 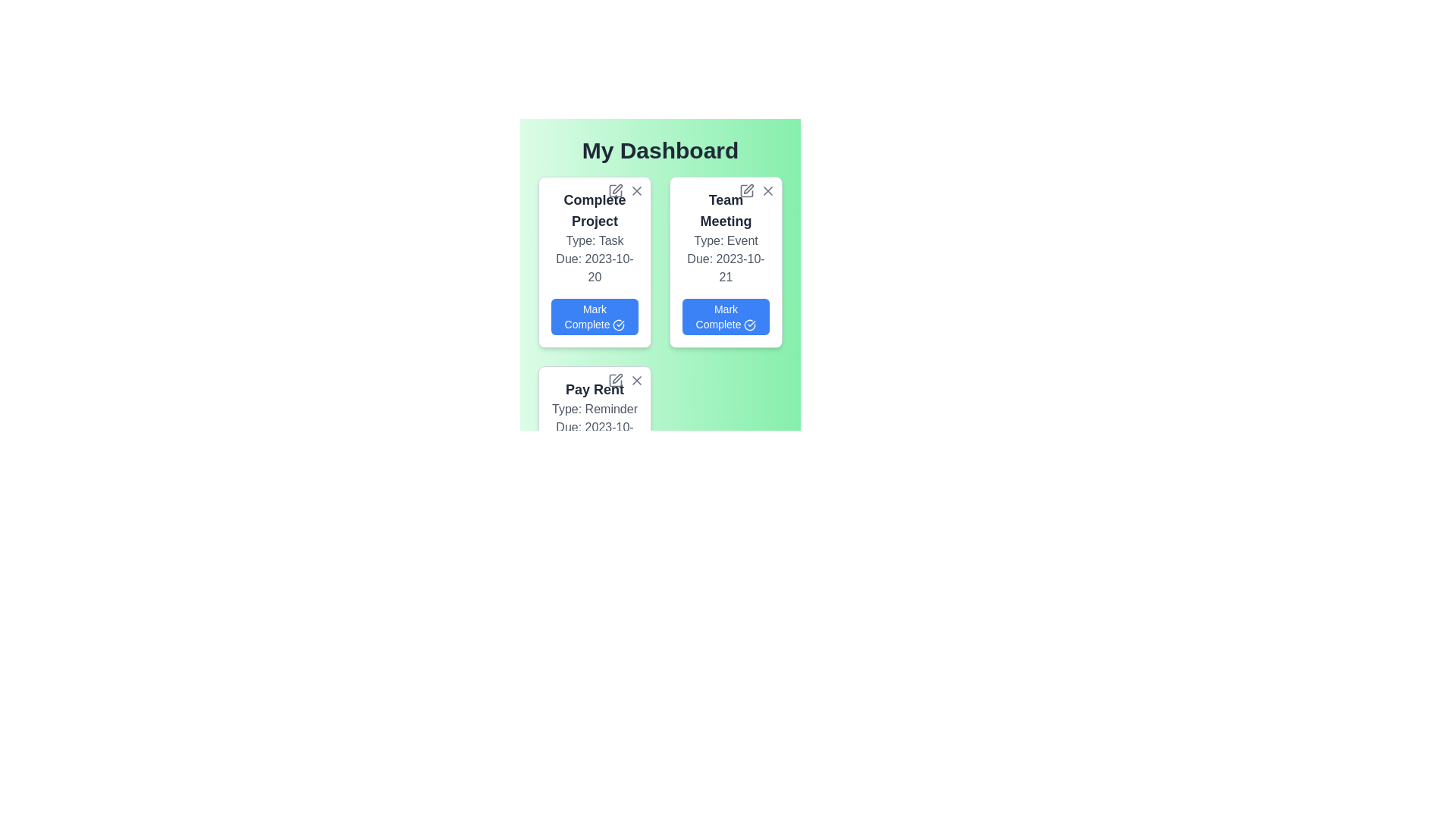 I want to click on the 'Mark Complete' button, which is a blue rectangular button with white text and a checkmark icon, located in the bottom area of the 'Complete Project' card, so click(x=594, y=315).